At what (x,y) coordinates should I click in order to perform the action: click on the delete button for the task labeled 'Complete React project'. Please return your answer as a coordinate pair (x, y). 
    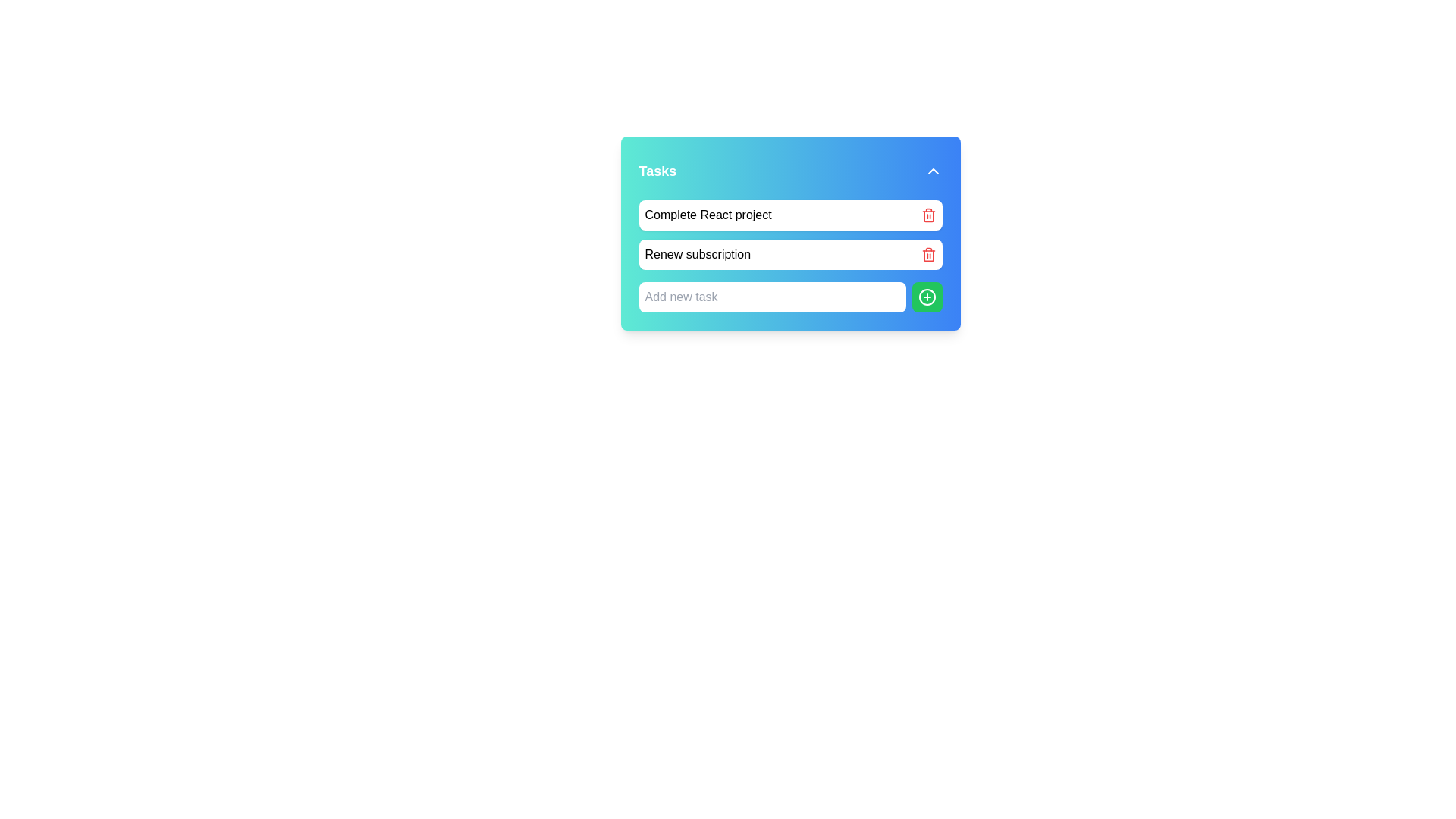
    Looking at the image, I should click on (927, 215).